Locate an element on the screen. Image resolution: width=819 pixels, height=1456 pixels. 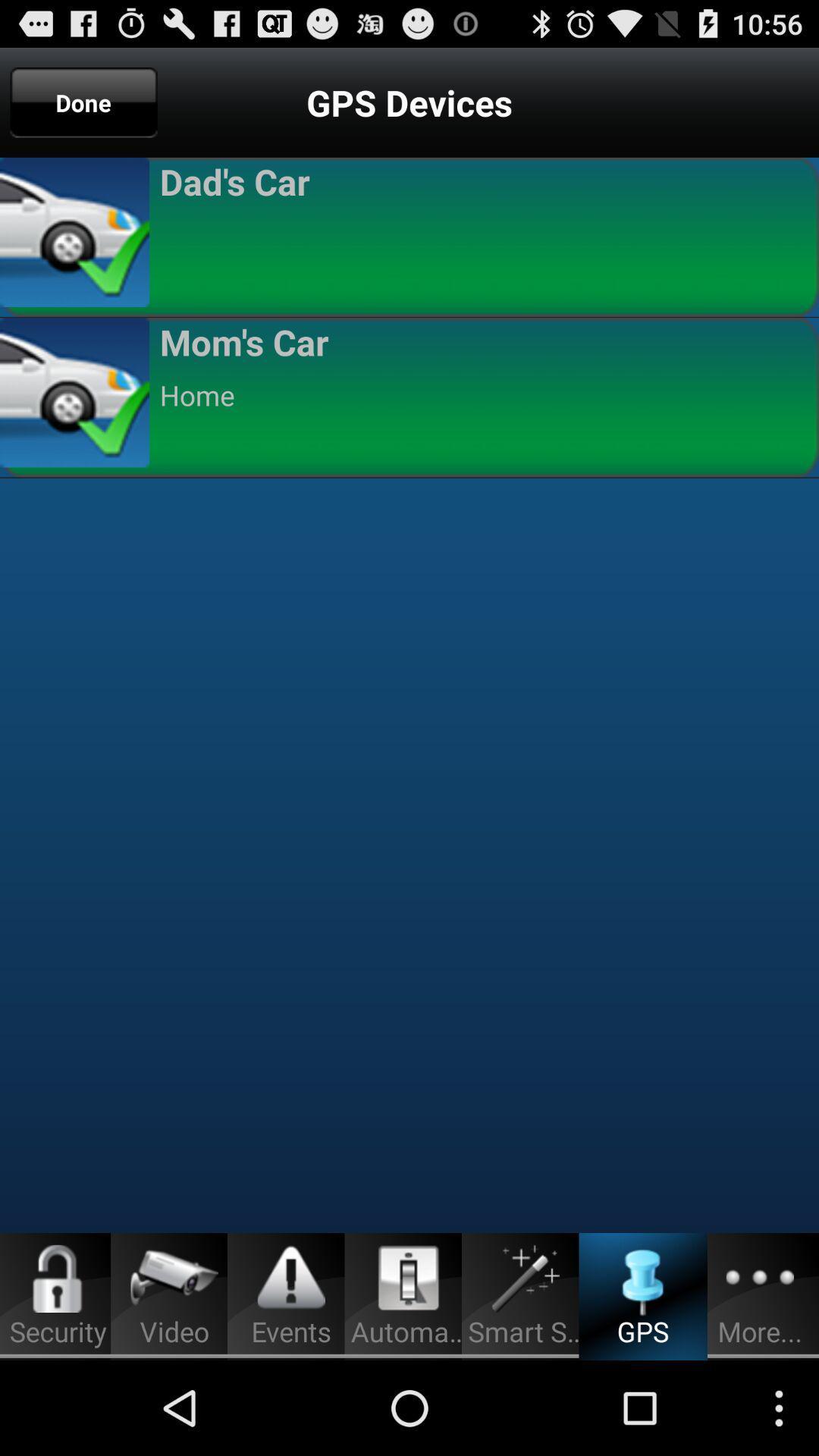
home is located at coordinates (482, 395).